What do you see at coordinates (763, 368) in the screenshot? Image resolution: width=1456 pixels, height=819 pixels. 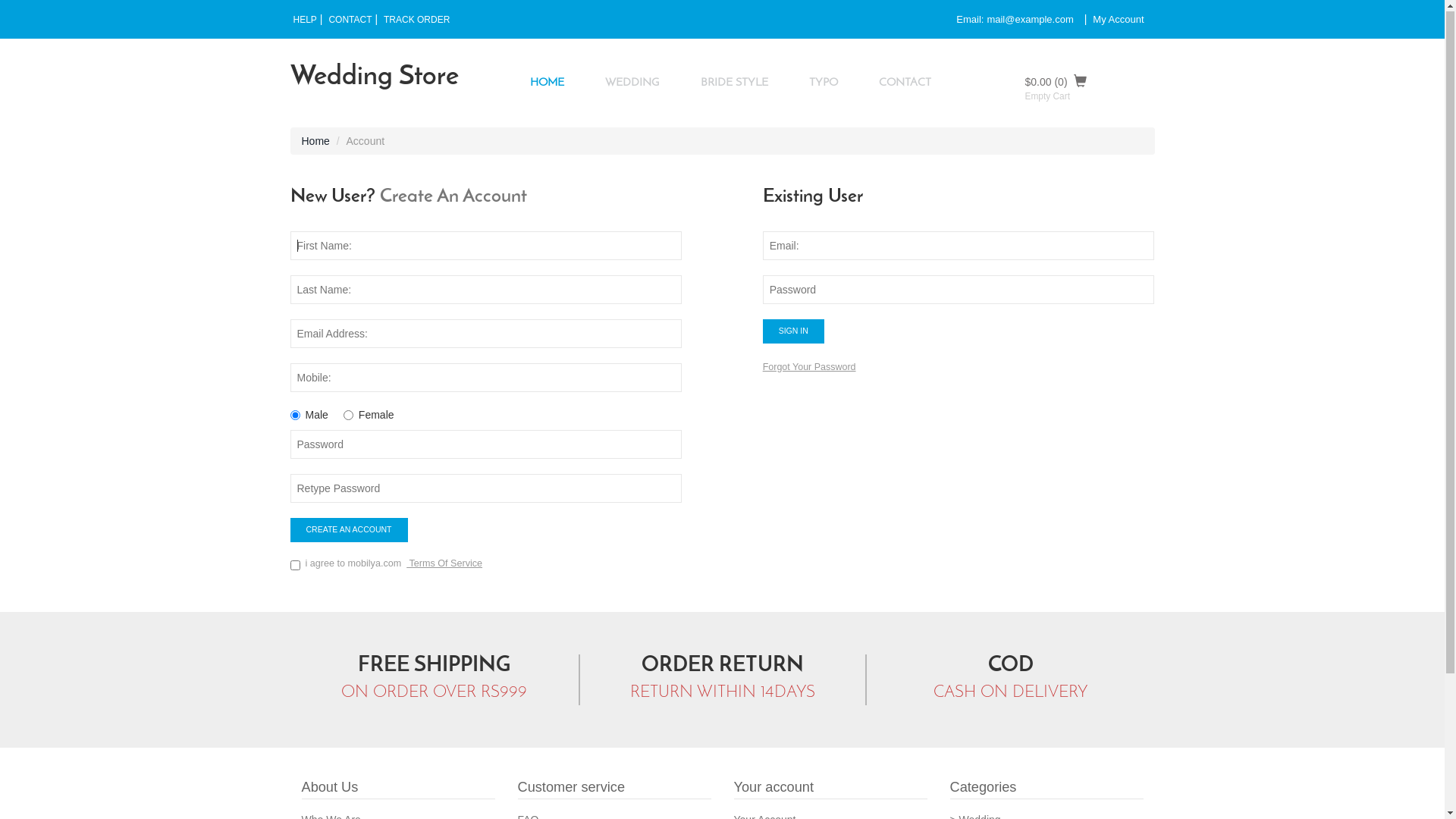 I see `'Forgot Your Password'` at bounding box center [763, 368].